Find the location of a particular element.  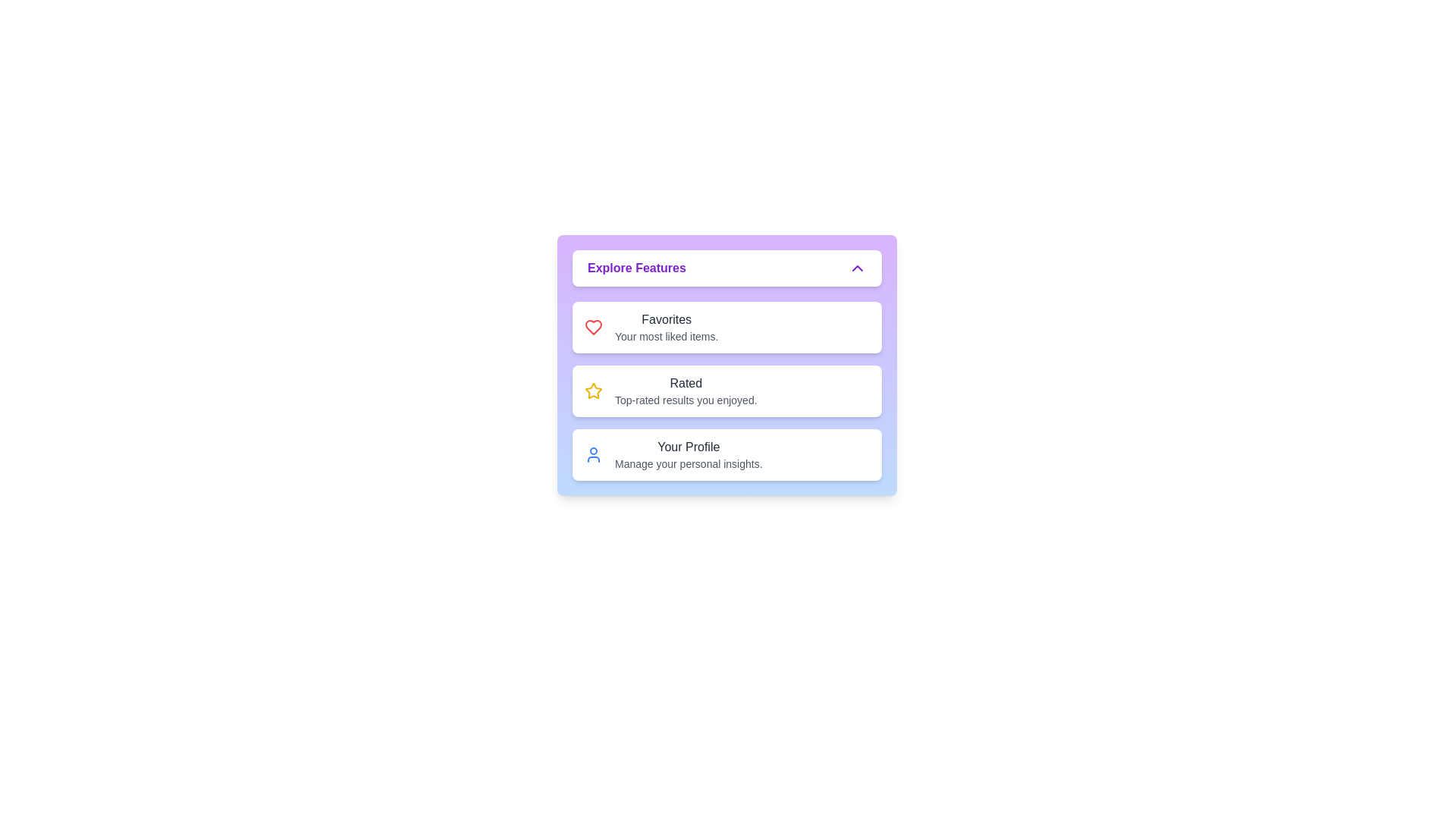

the 'Rated' label, which features bold text and a white rounded rectangle, located below the 'Favorites' section in the 'Explore Features' list is located at coordinates (685, 391).